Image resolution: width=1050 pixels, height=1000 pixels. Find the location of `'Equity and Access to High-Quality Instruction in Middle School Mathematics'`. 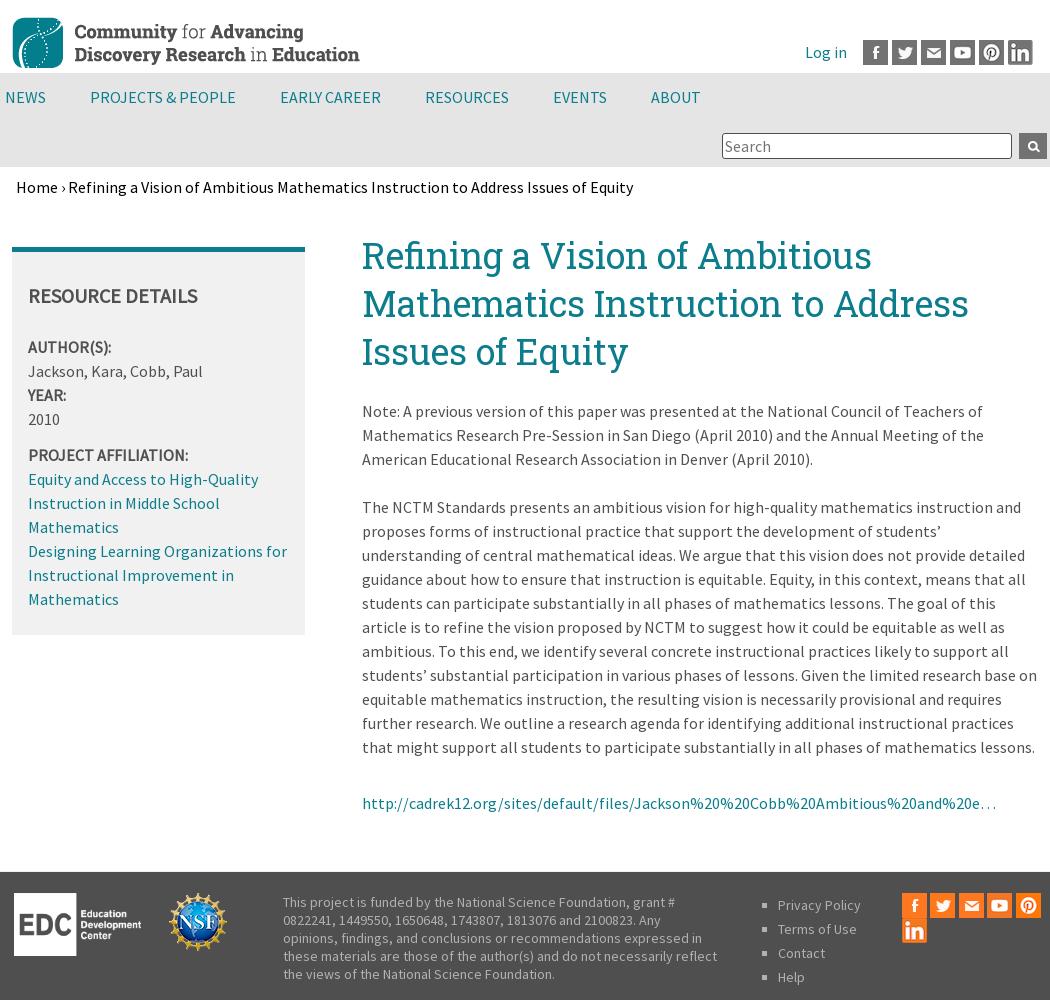

'Equity and Access to High-Quality Instruction in Middle School Mathematics' is located at coordinates (142, 502).